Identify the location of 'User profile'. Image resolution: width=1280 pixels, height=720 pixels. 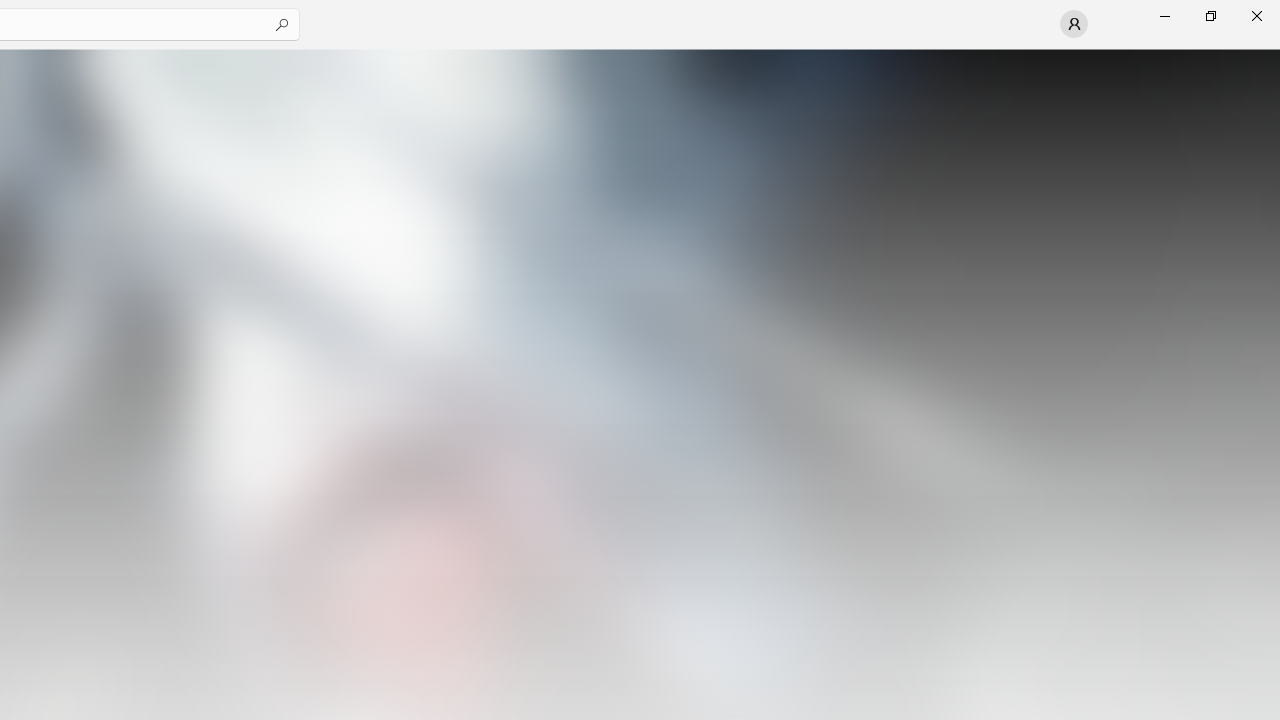
(1072, 24).